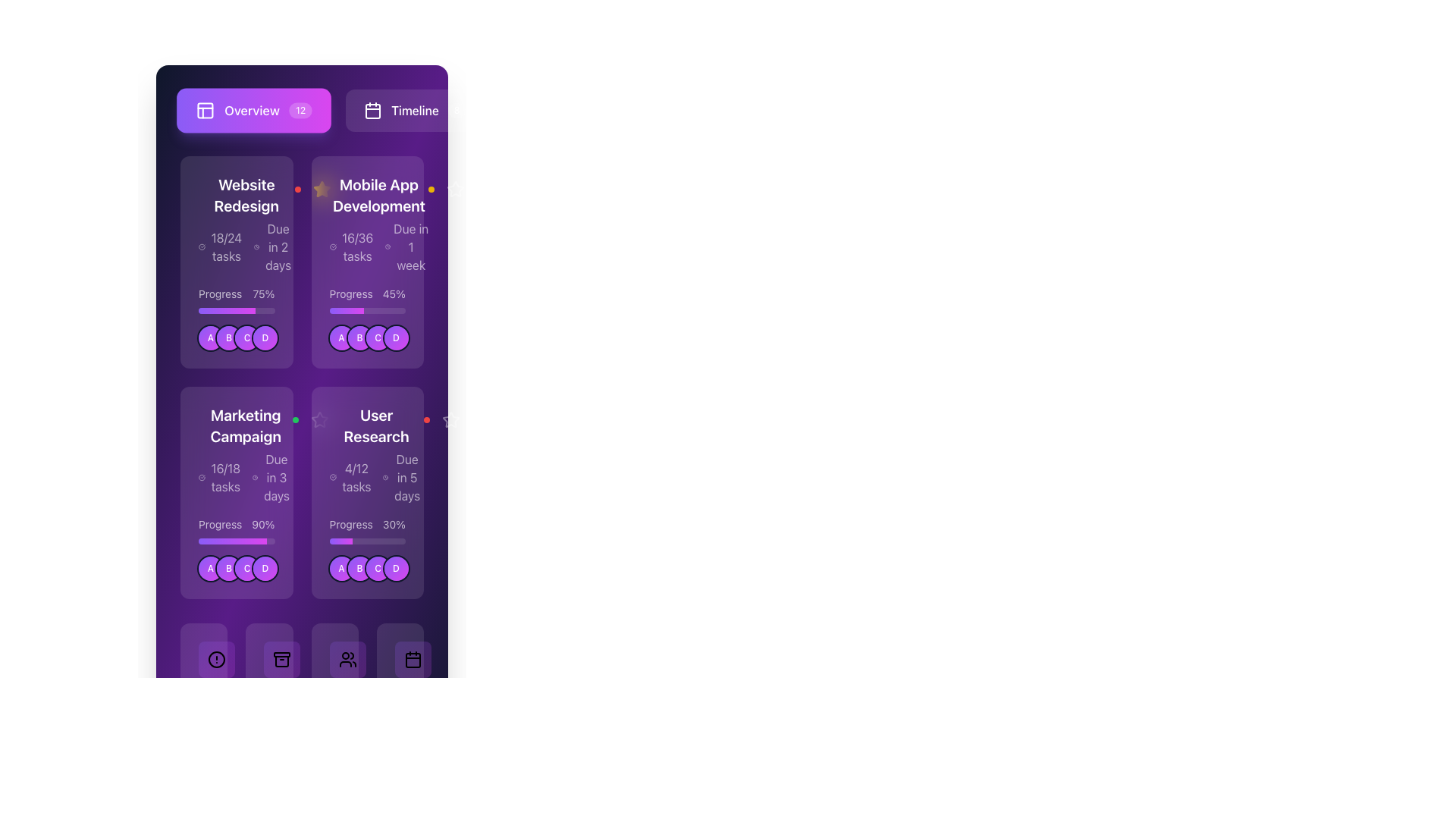 The image size is (1456, 819). What do you see at coordinates (219, 294) in the screenshot?
I see `the static text label 'Progress' which is styled in white over a purple background and is positioned to the left of the '75%' text element in the progress indicator component` at bounding box center [219, 294].